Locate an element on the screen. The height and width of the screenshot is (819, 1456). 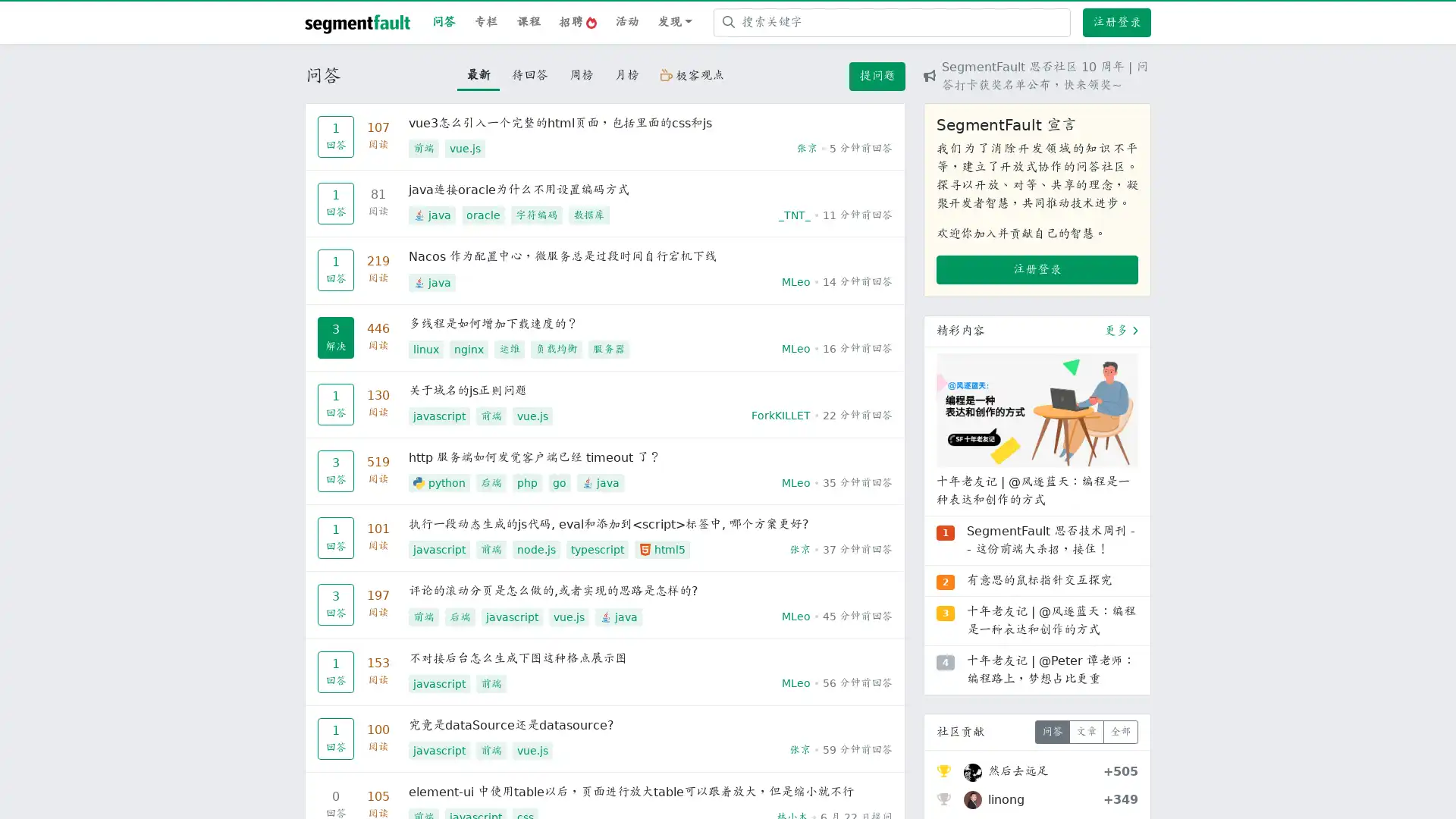
Slide 3 is located at coordinates (1063, 626).